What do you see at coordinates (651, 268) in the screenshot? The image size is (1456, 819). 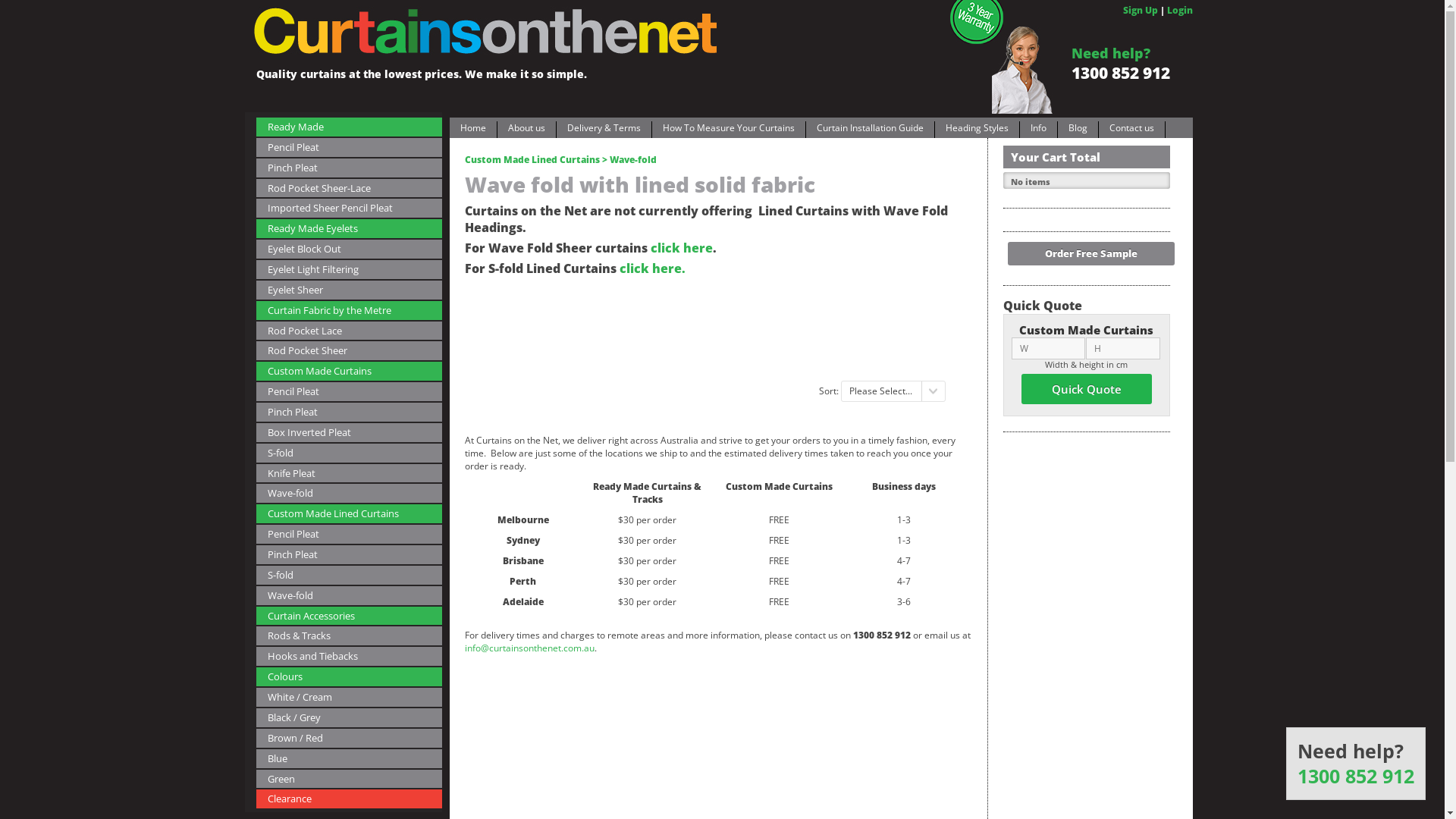 I see `'click here.'` at bounding box center [651, 268].